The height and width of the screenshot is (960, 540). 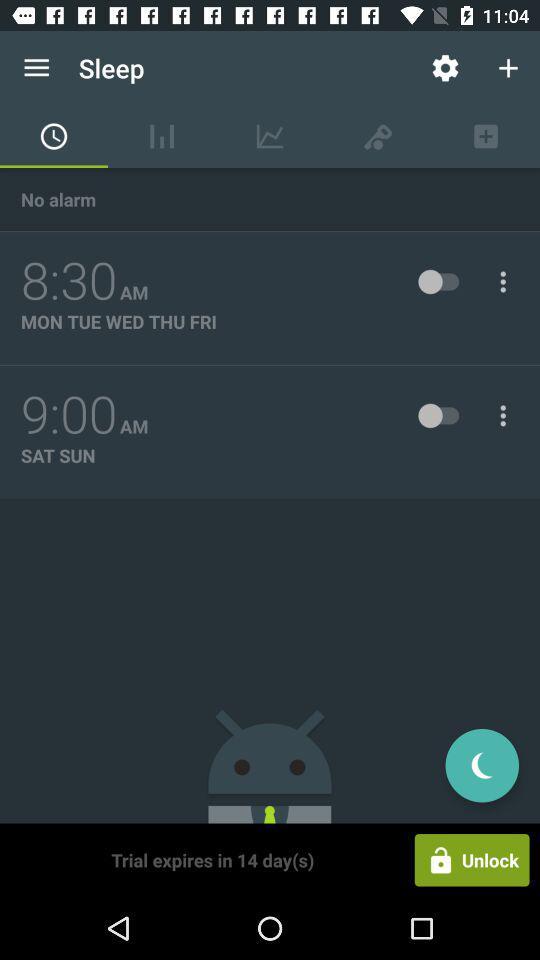 I want to click on icon to the right of the sleep app, so click(x=445, y=68).